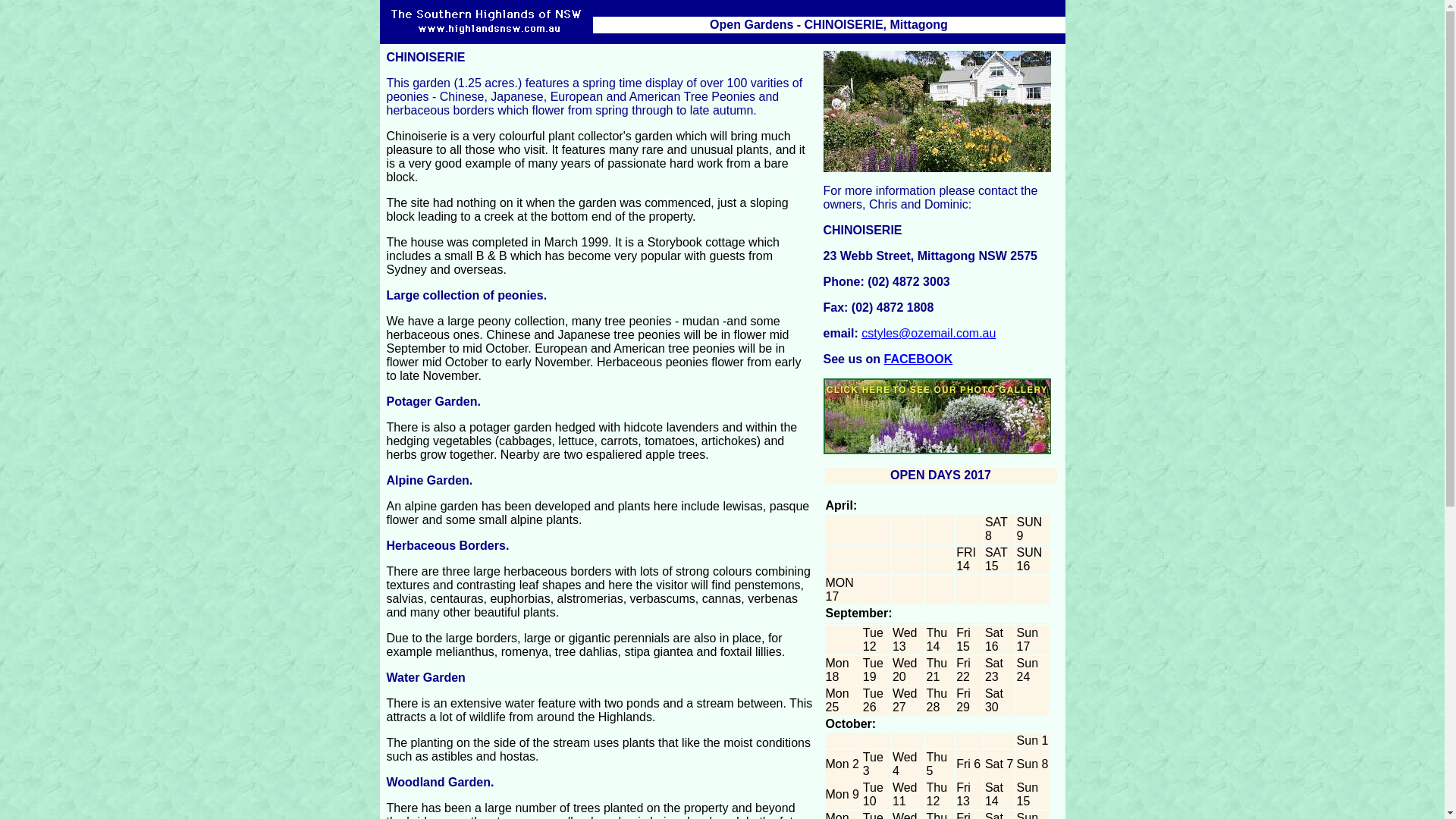  I want to click on 'FACEBOOK', so click(918, 359).